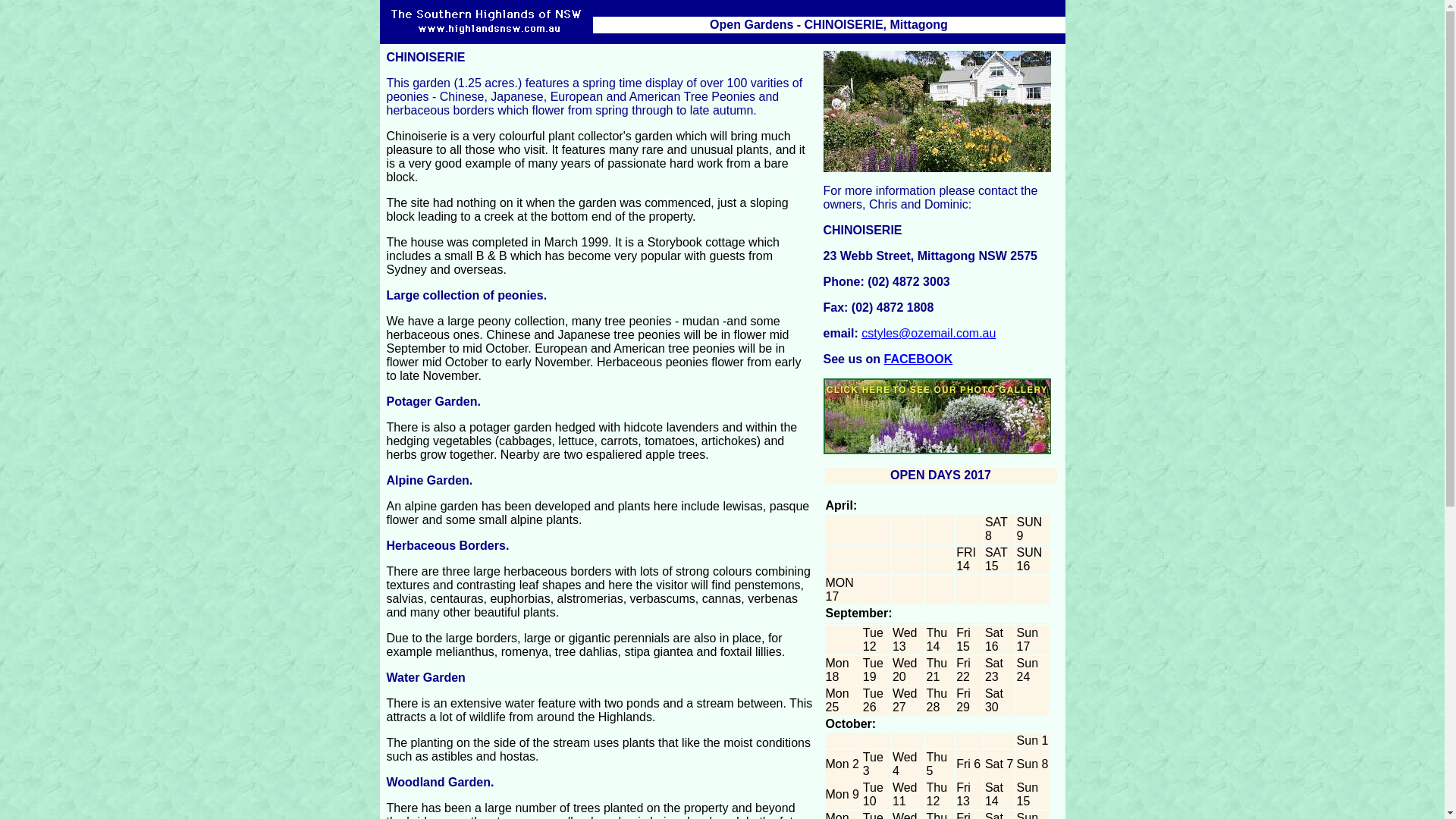  I want to click on 'FACEBOOK', so click(918, 359).